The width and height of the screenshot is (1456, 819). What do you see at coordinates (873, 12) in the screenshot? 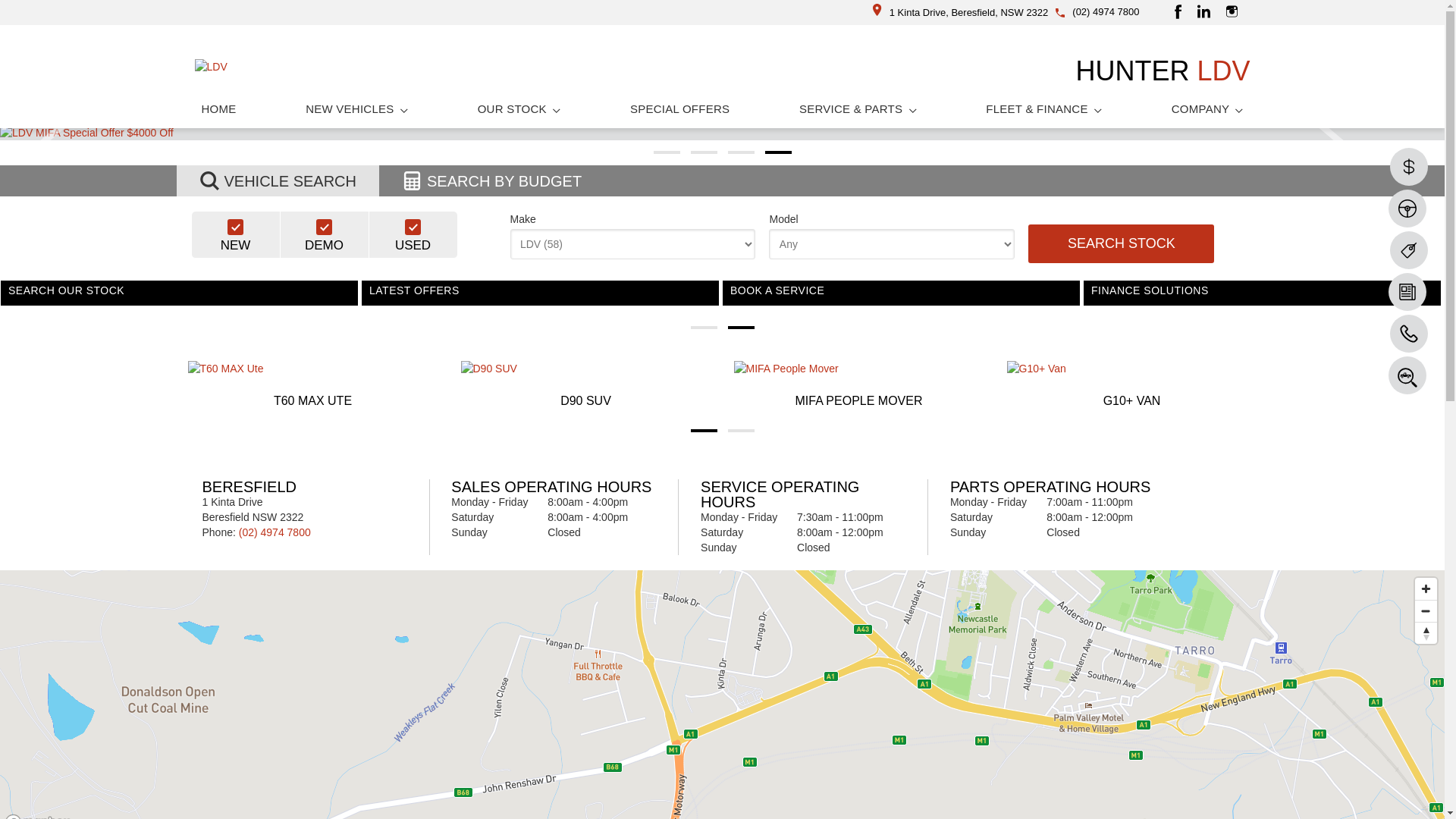
I see `'1 Kinta Drive, Beresfield, NSW 2322'` at bounding box center [873, 12].